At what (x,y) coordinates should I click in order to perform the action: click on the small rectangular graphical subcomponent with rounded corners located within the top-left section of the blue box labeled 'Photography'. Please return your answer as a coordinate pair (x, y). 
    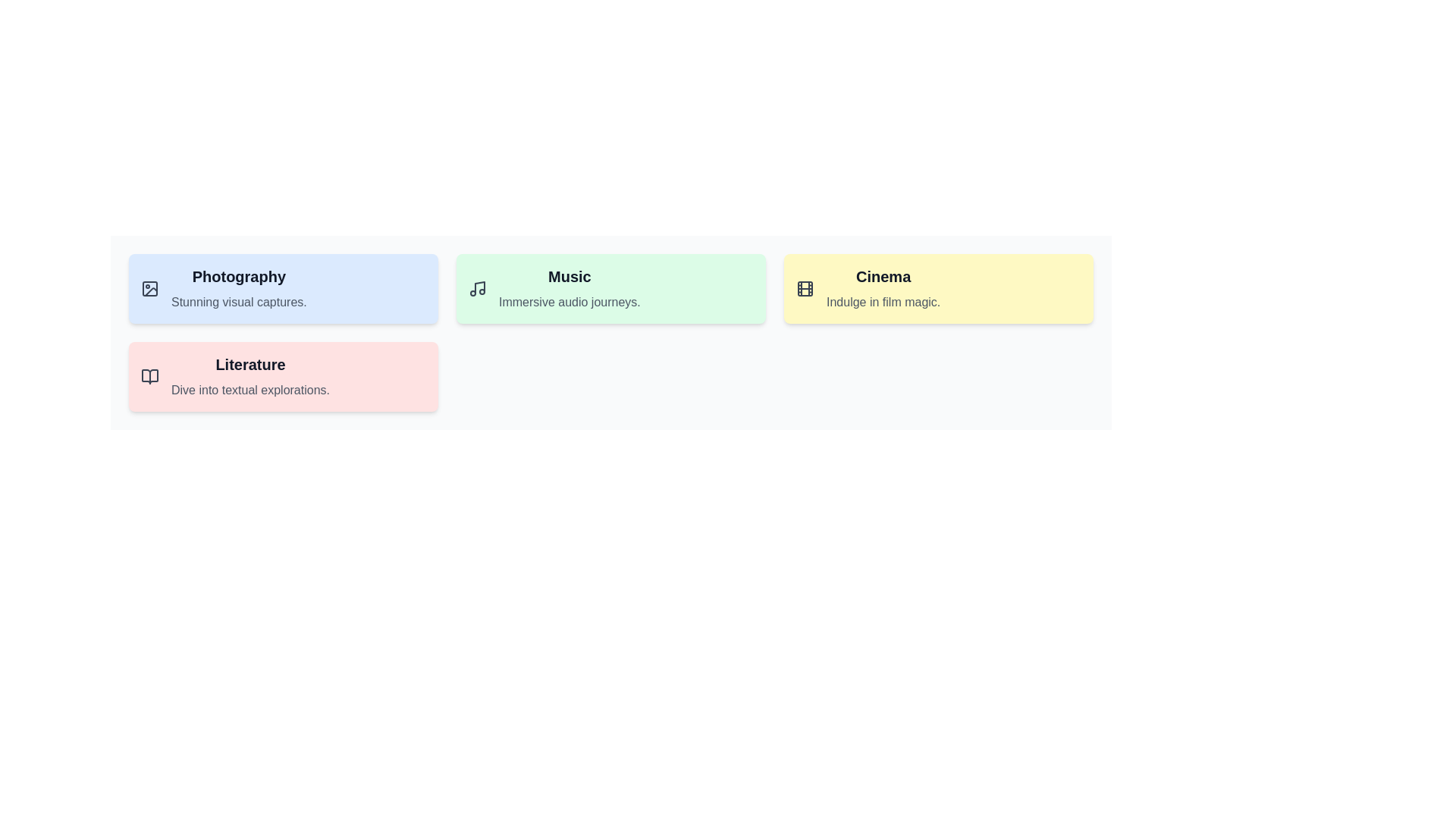
    Looking at the image, I should click on (149, 289).